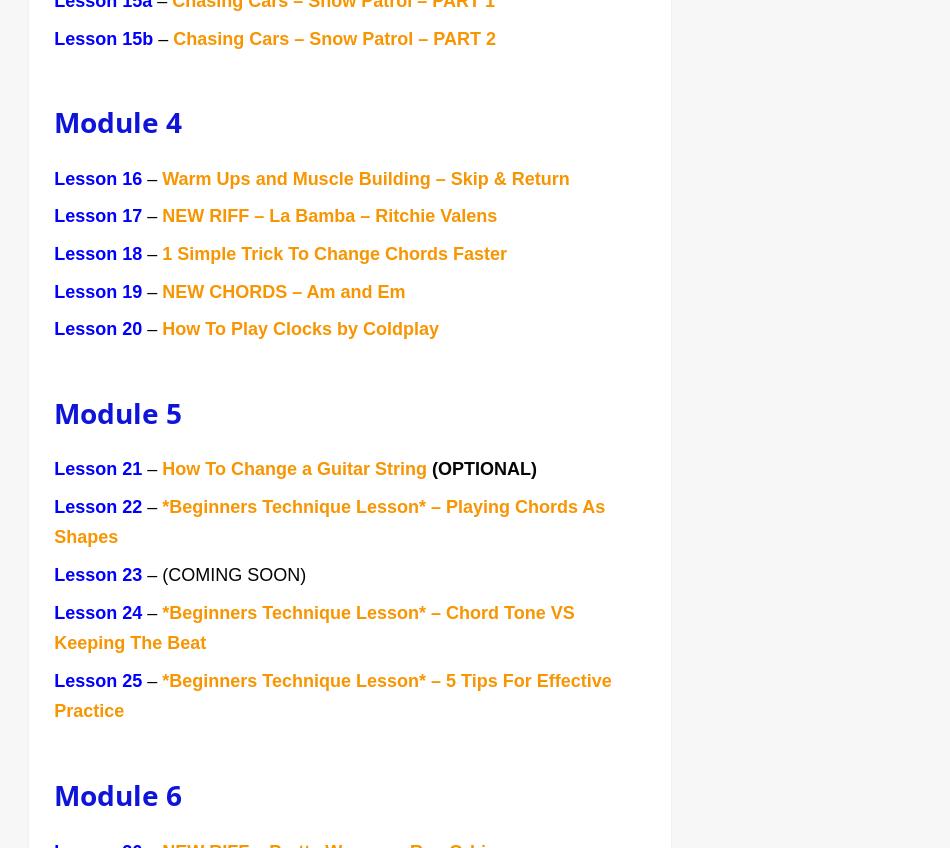 The width and height of the screenshot is (950, 848). What do you see at coordinates (226, 575) in the screenshot?
I see `'– (COMING SOON)'` at bounding box center [226, 575].